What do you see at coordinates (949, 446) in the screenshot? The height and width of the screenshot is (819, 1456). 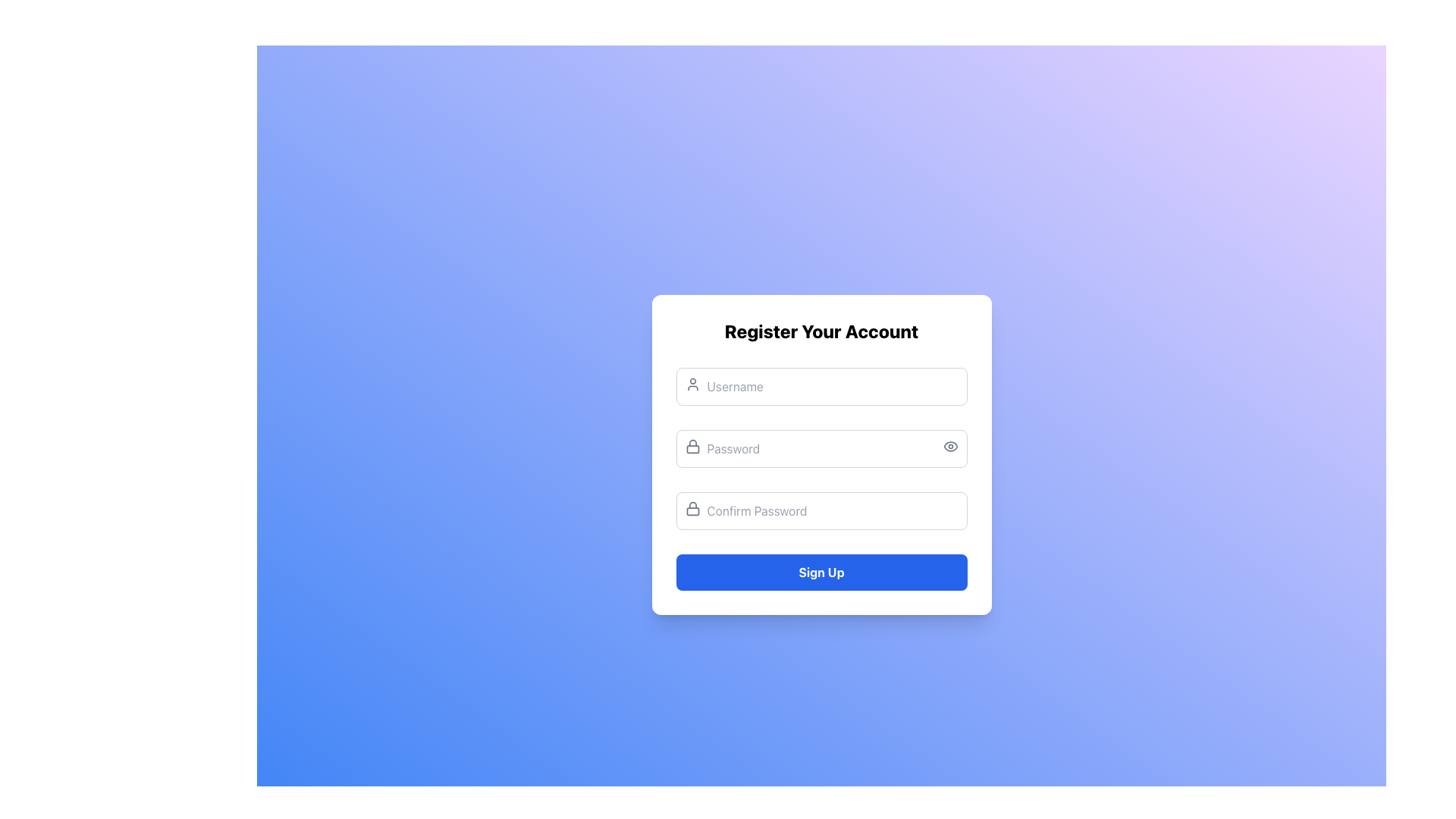 I see `the visibility toggle button associated with the password input field located at the right end of the input box in the second row of the form` at bounding box center [949, 446].